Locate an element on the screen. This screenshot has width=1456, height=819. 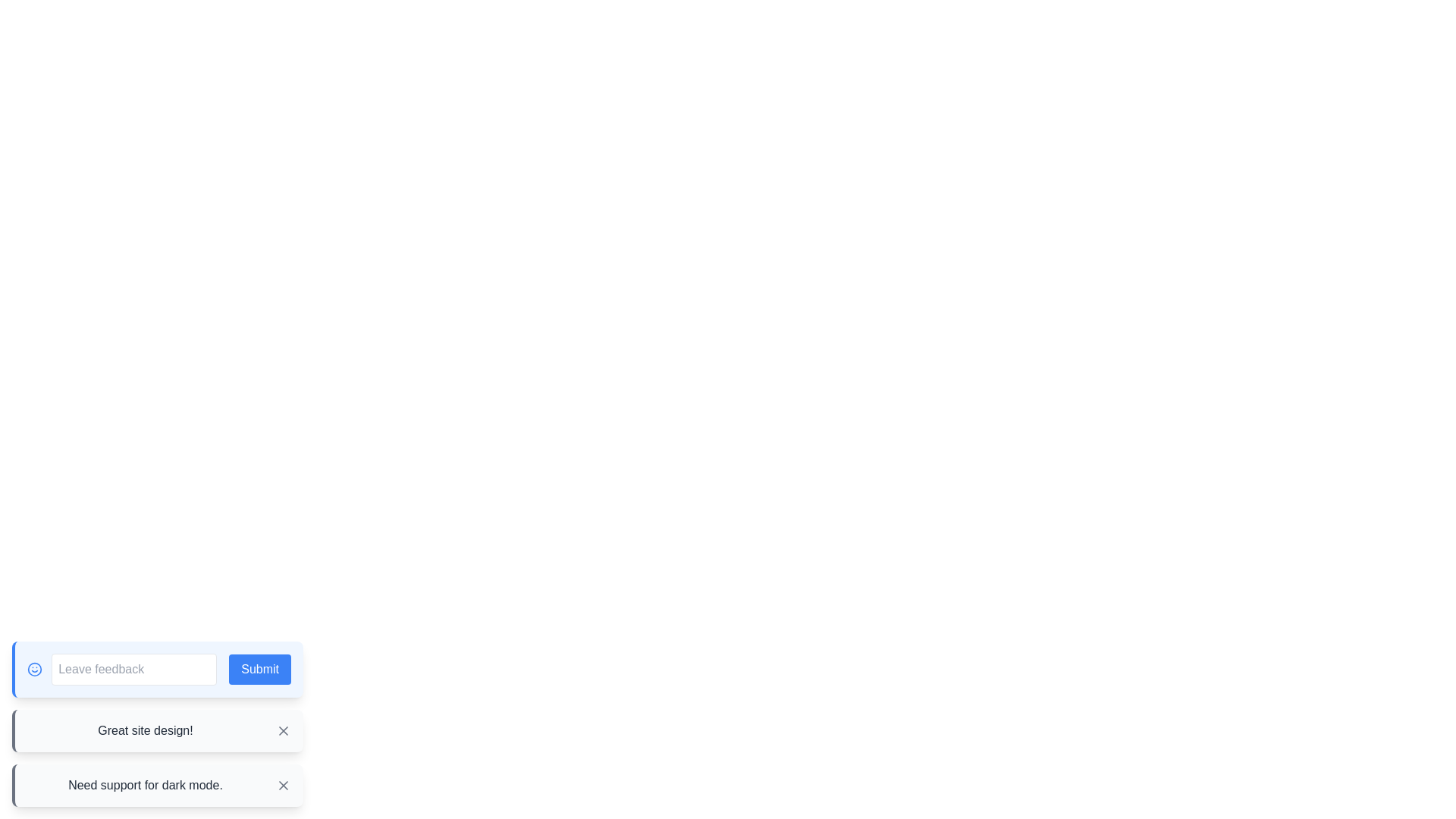
the smile icon to trigger its interaction is located at coordinates (35, 669).